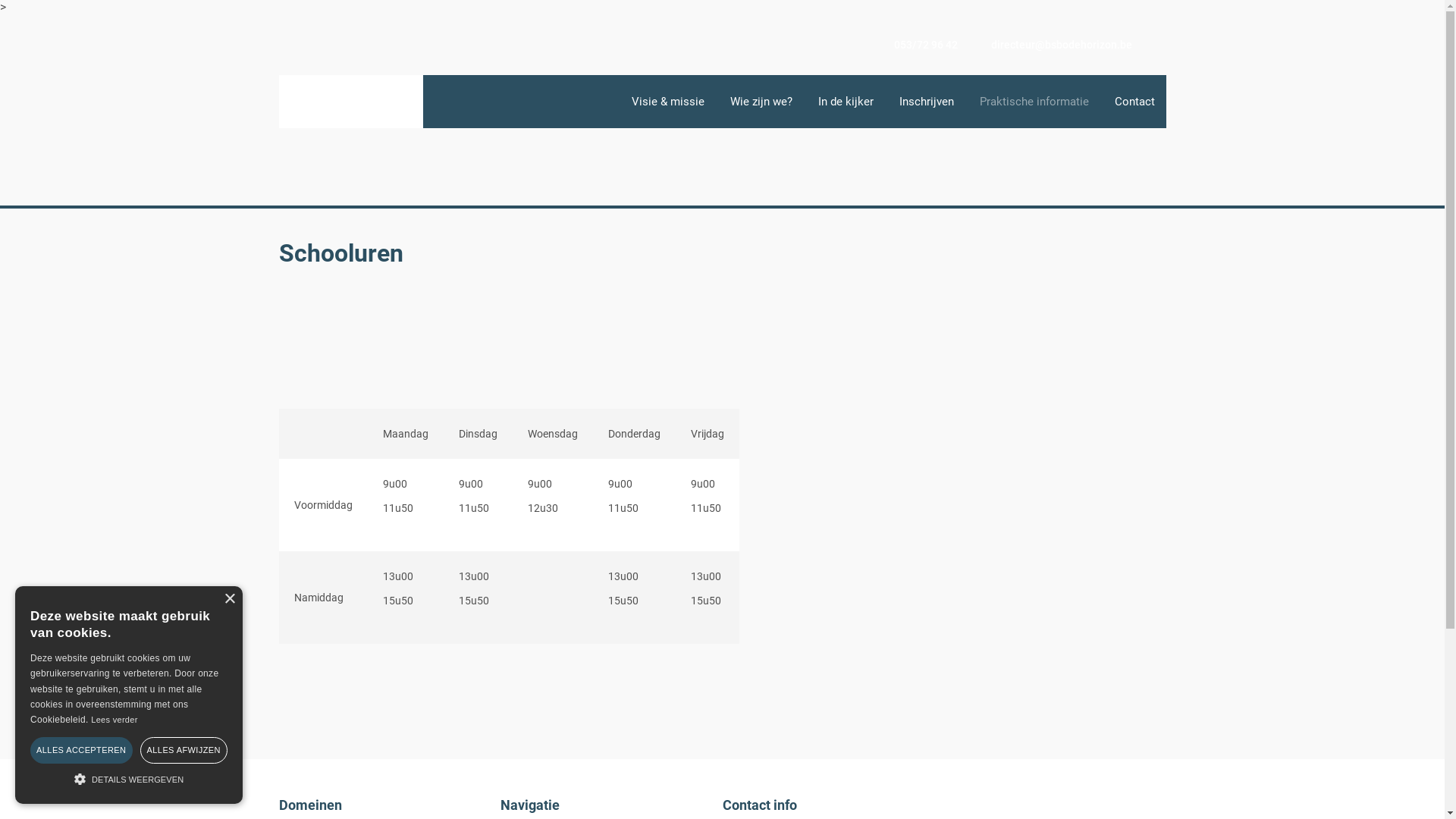  Describe the element at coordinates (279, 82) in the screenshot. I see `'Home'` at that location.